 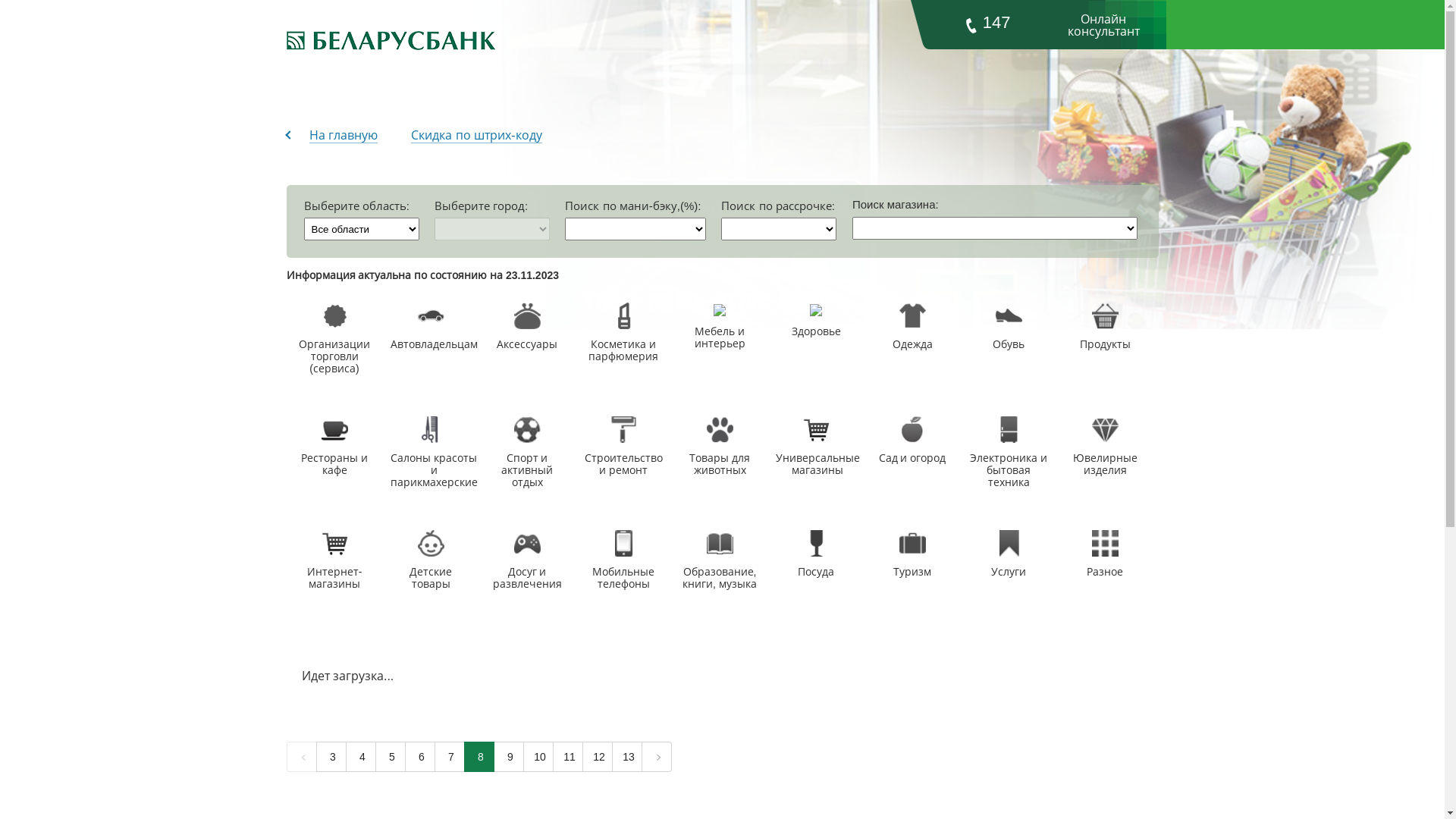 What do you see at coordinates (359, 757) in the screenshot?
I see `'4'` at bounding box center [359, 757].